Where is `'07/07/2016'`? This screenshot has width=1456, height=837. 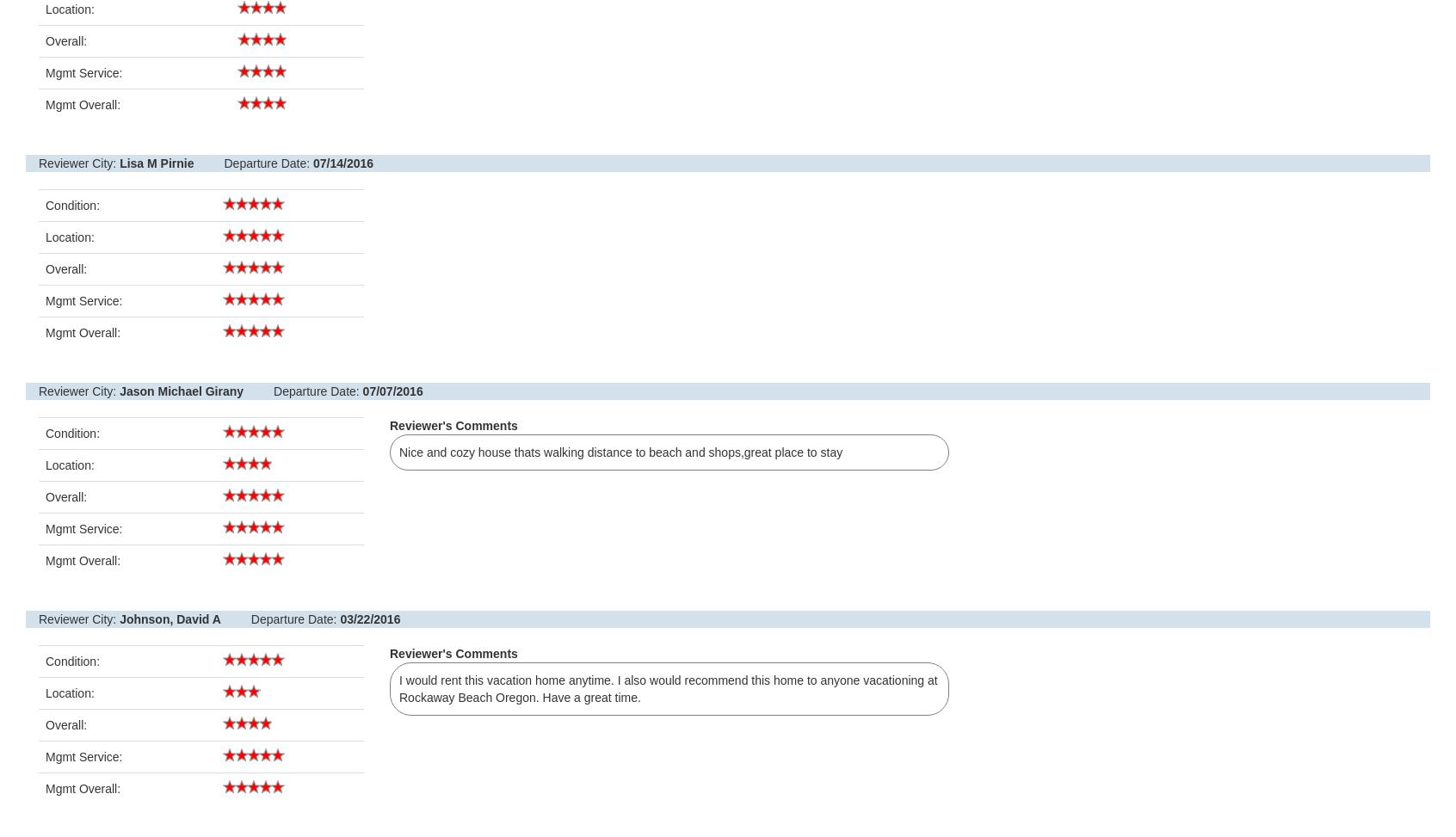
'07/07/2016' is located at coordinates (391, 391).